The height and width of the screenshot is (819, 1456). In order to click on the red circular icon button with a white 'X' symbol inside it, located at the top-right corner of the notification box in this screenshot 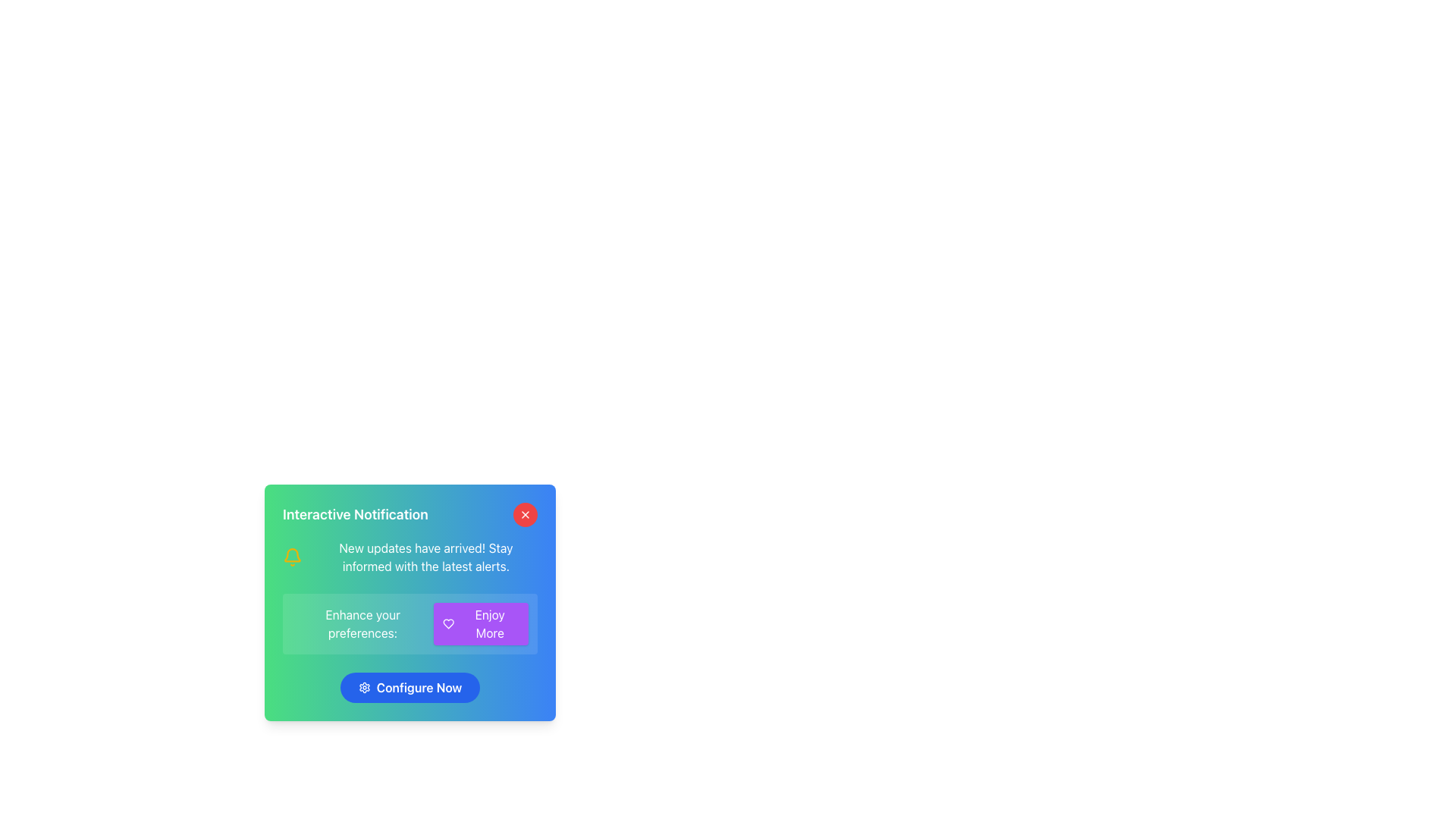, I will do `click(525, 513)`.